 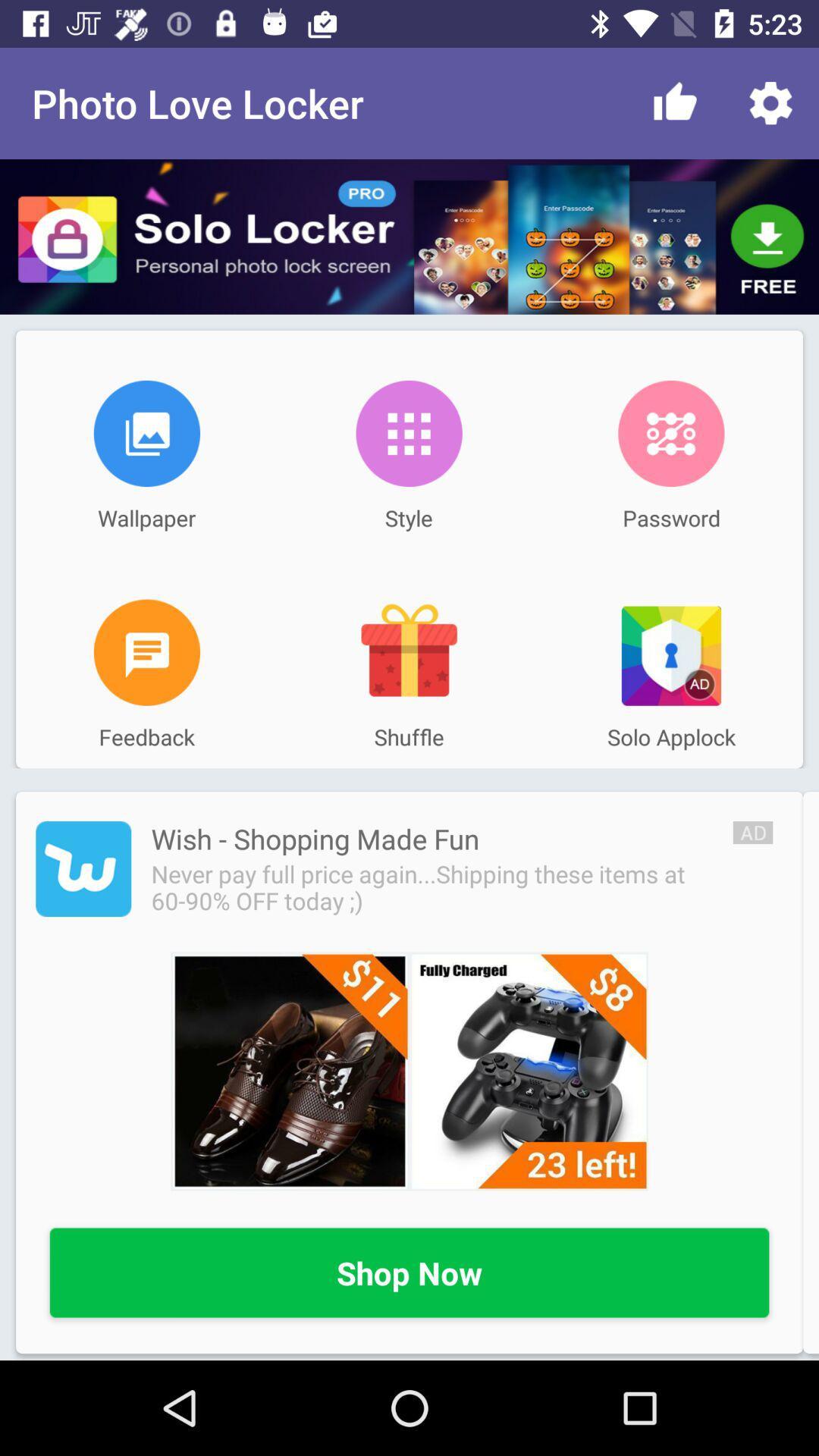 What do you see at coordinates (408, 652) in the screenshot?
I see `icon to the left of solo applock item` at bounding box center [408, 652].